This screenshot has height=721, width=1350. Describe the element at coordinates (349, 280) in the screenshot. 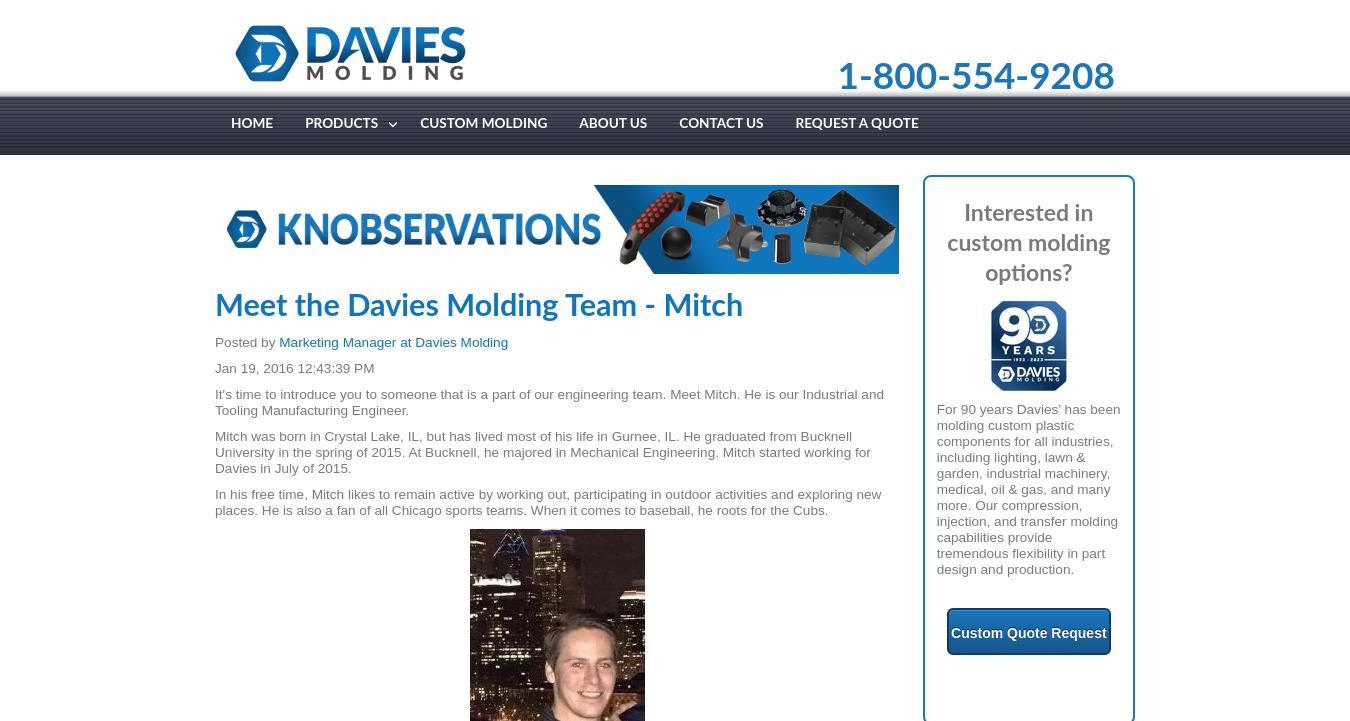

I see `'Cable Glands'` at that location.